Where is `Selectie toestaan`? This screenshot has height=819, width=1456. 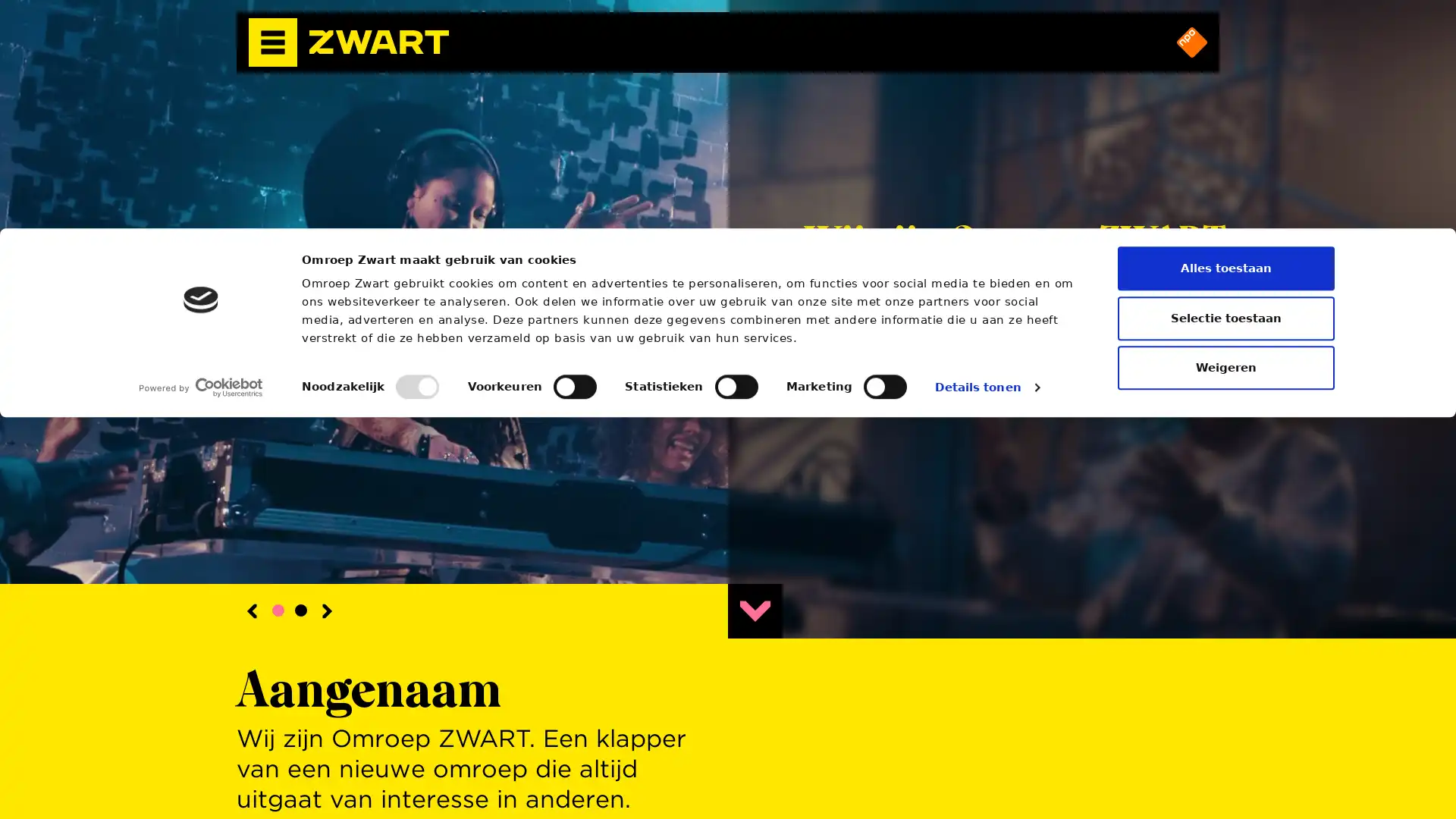 Selectie toestaan is located at coordinates (1226, 718).